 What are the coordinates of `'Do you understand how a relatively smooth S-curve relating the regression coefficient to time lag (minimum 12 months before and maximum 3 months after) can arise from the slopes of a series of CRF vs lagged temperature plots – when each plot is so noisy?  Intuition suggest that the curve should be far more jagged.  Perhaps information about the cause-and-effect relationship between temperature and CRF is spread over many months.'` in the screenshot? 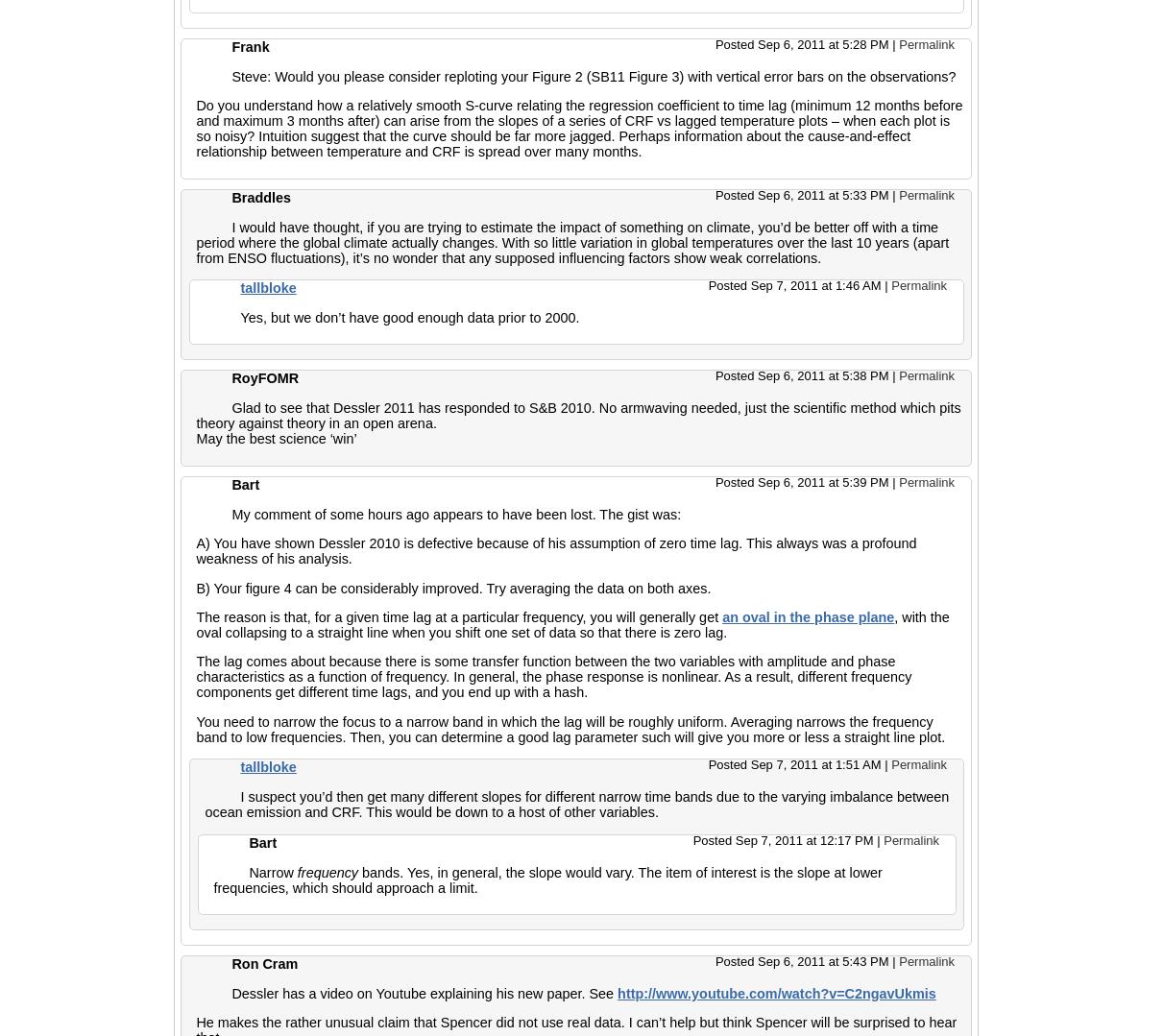 It's located at (578, 128).